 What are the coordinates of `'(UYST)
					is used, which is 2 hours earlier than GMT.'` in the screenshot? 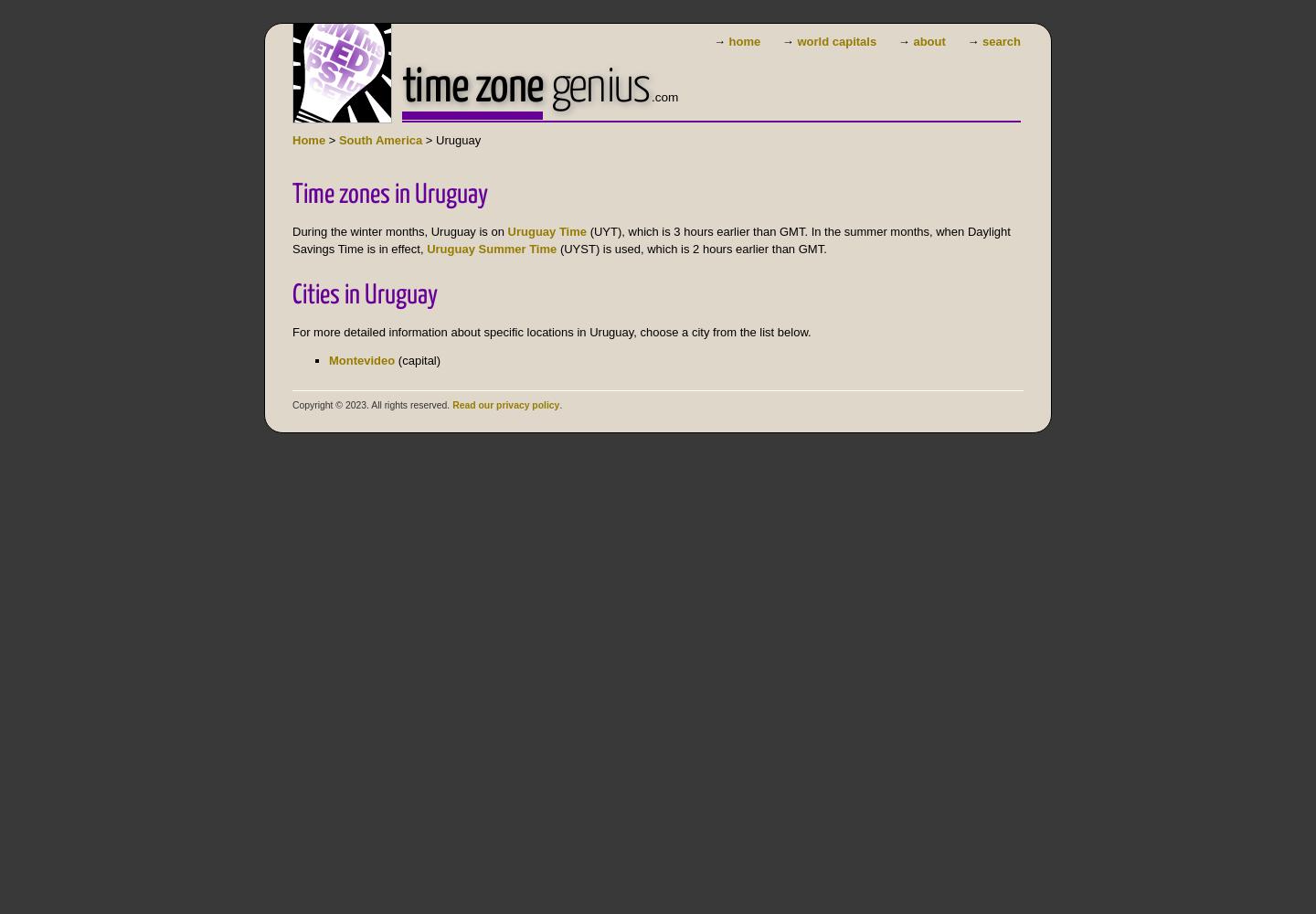 It's located at (690, 249).